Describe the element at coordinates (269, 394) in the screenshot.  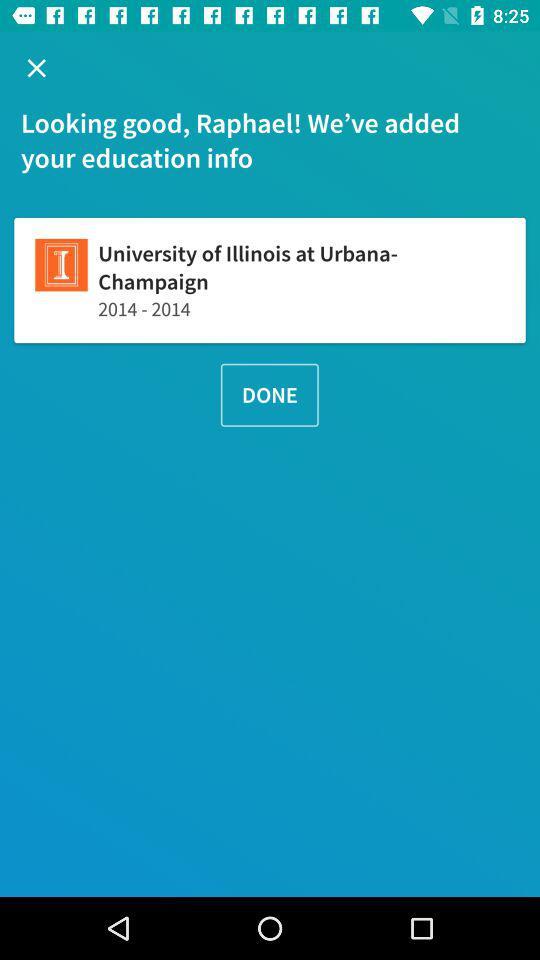
I see `item below 2014 - 2014 icon` at that location.